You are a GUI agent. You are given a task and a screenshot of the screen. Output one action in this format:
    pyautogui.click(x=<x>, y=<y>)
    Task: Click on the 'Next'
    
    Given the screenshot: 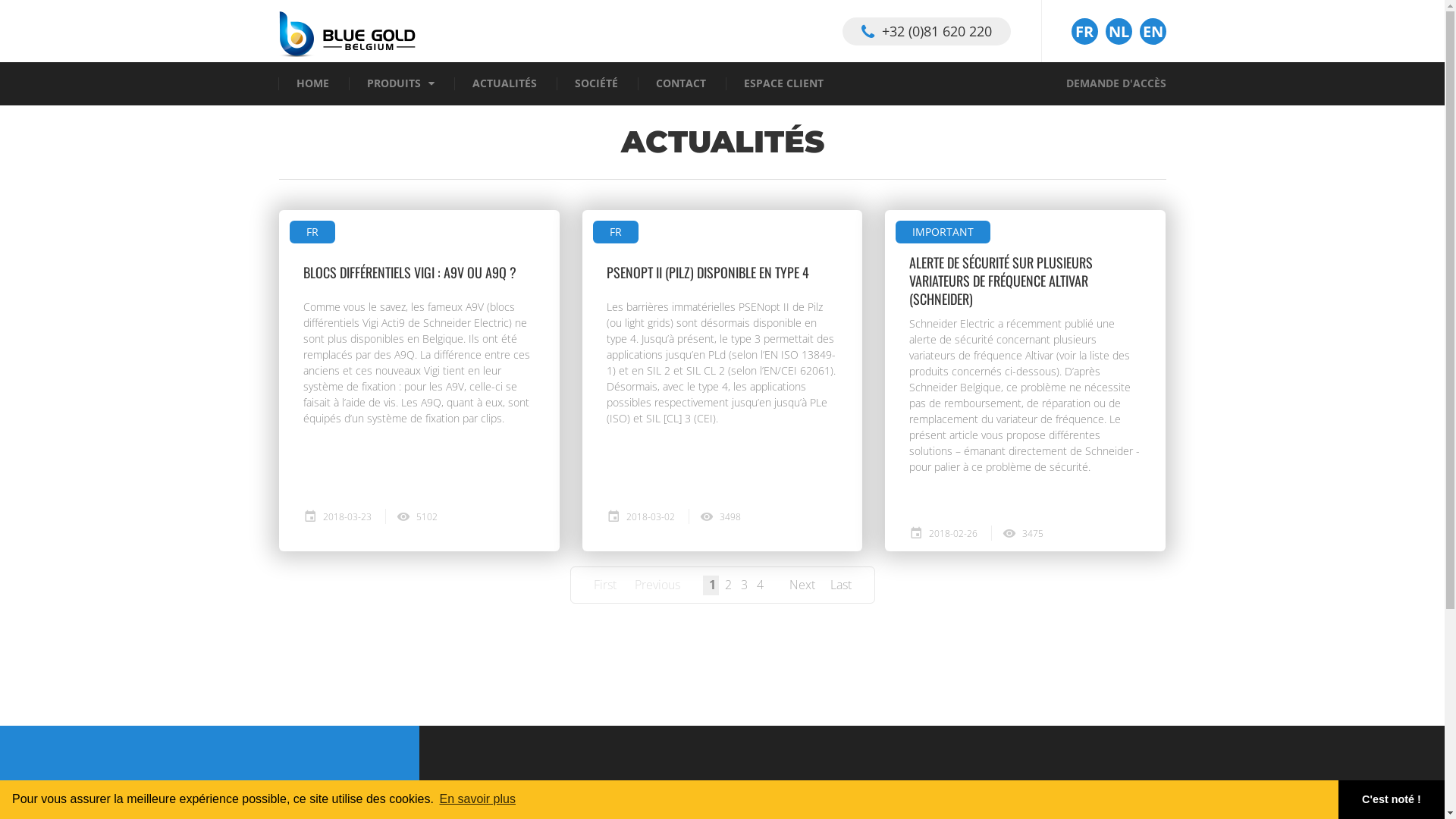 What is the action you would take?
    pyautogui.click(x=789, y=584)
    